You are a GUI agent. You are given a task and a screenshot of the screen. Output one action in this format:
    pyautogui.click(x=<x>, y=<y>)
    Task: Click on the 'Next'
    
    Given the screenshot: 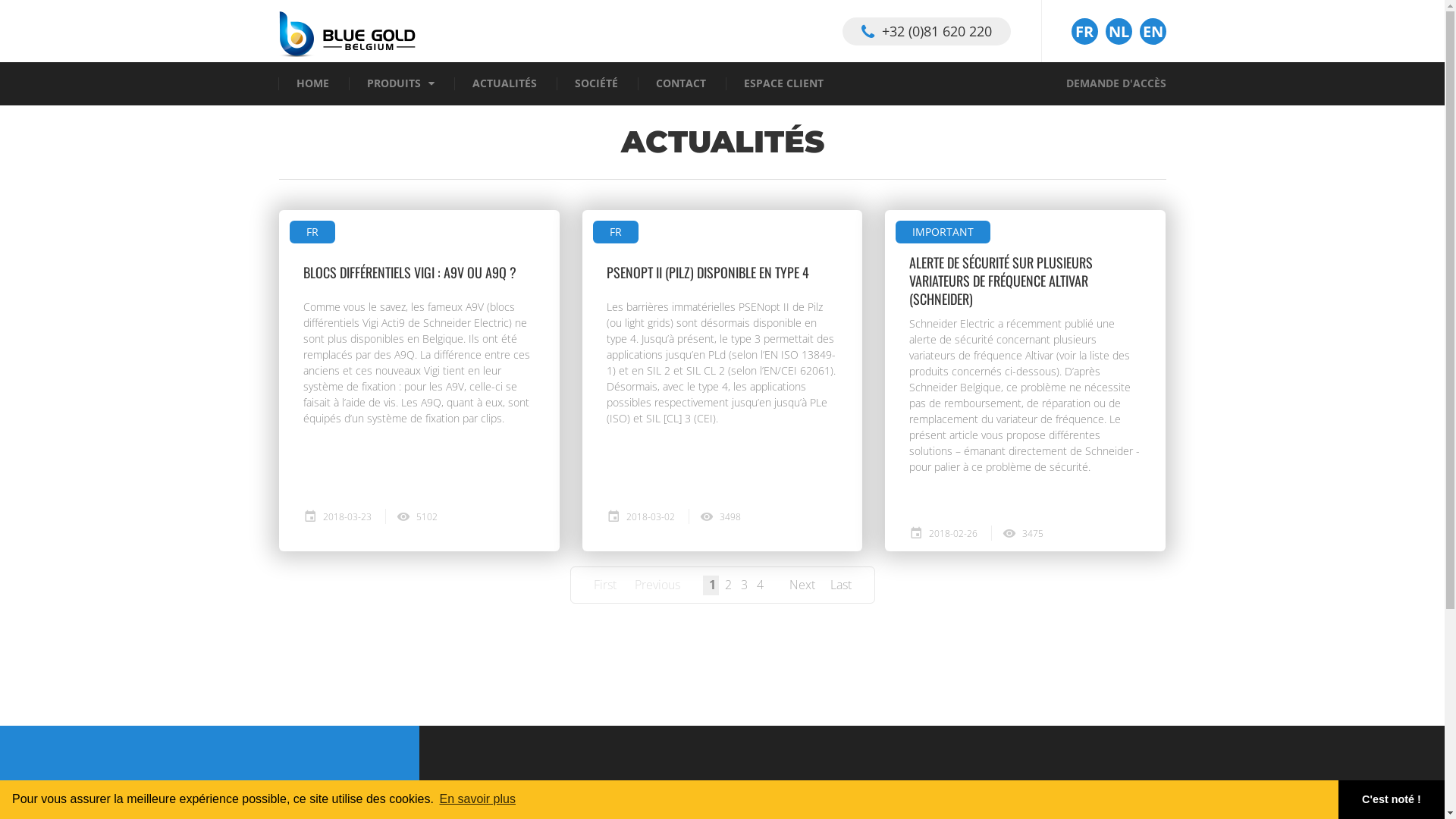 What is the action you would take?
    pyautogui.click(x=789, y=584)
    